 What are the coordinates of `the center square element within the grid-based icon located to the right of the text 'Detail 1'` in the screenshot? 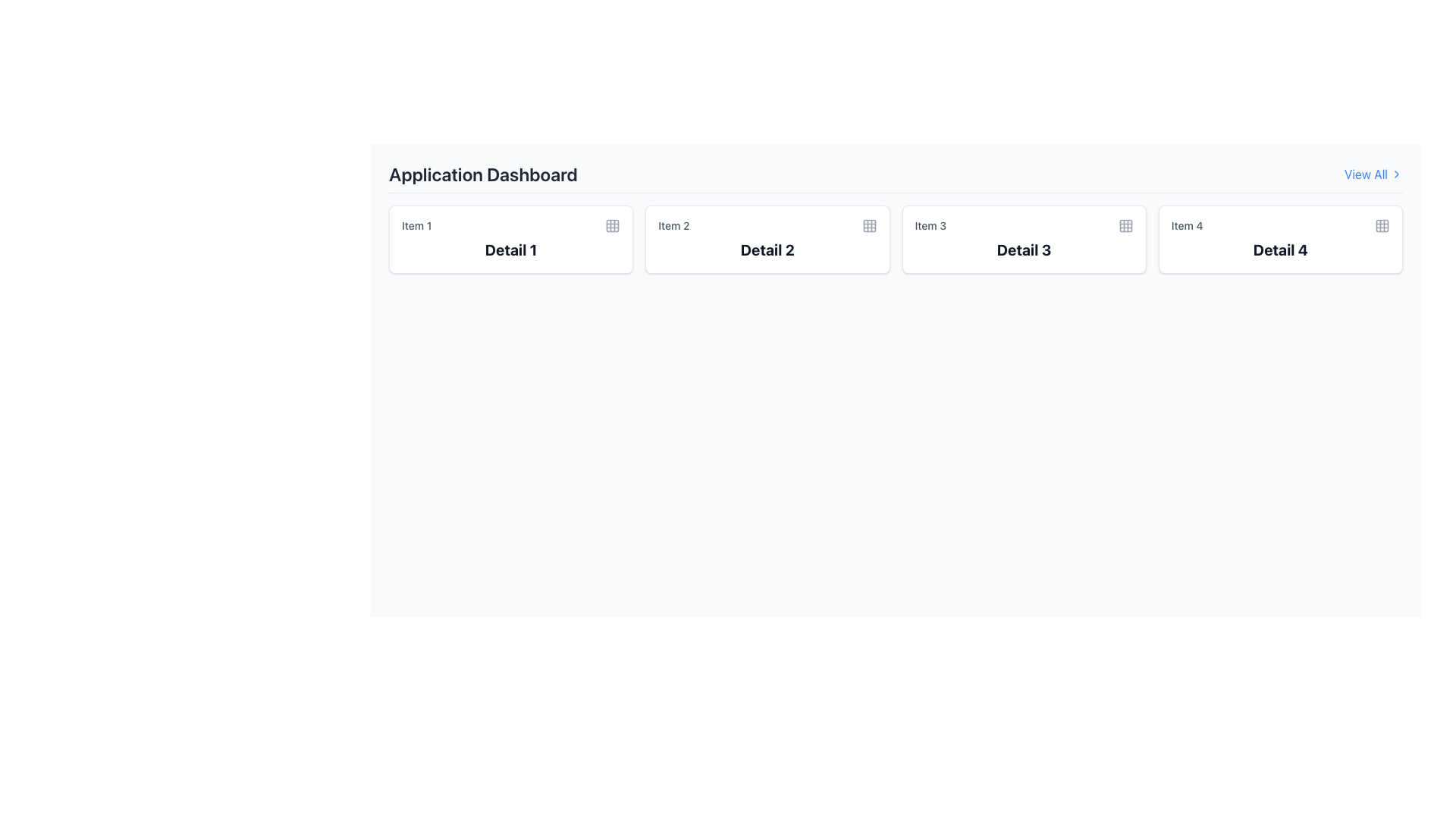 It's located at (613, 225).